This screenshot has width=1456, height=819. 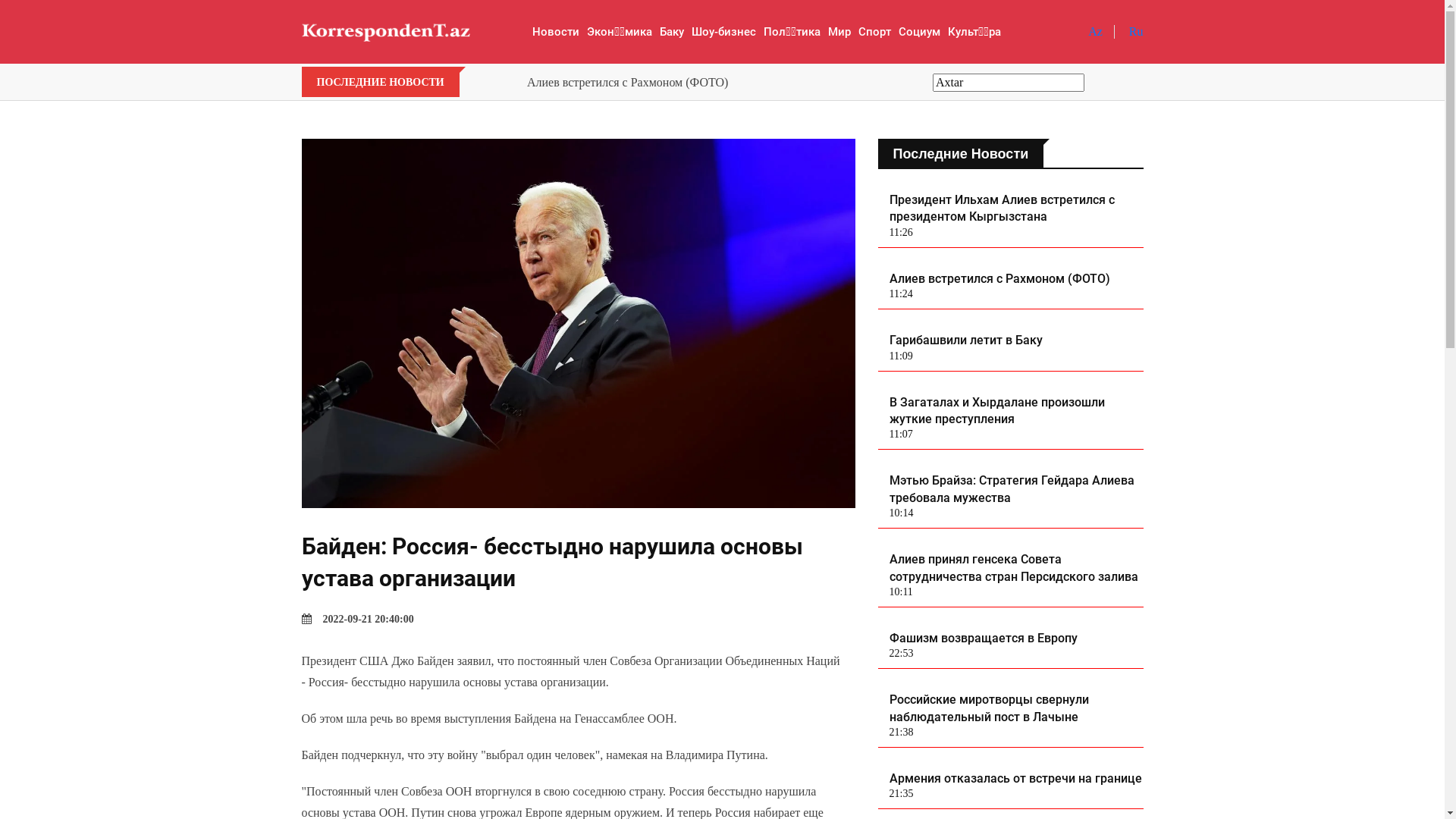 What do you see at coordinates (1128, 31) in the screenshot?
I see `'Ru'` at bounding box center [1128, 31].